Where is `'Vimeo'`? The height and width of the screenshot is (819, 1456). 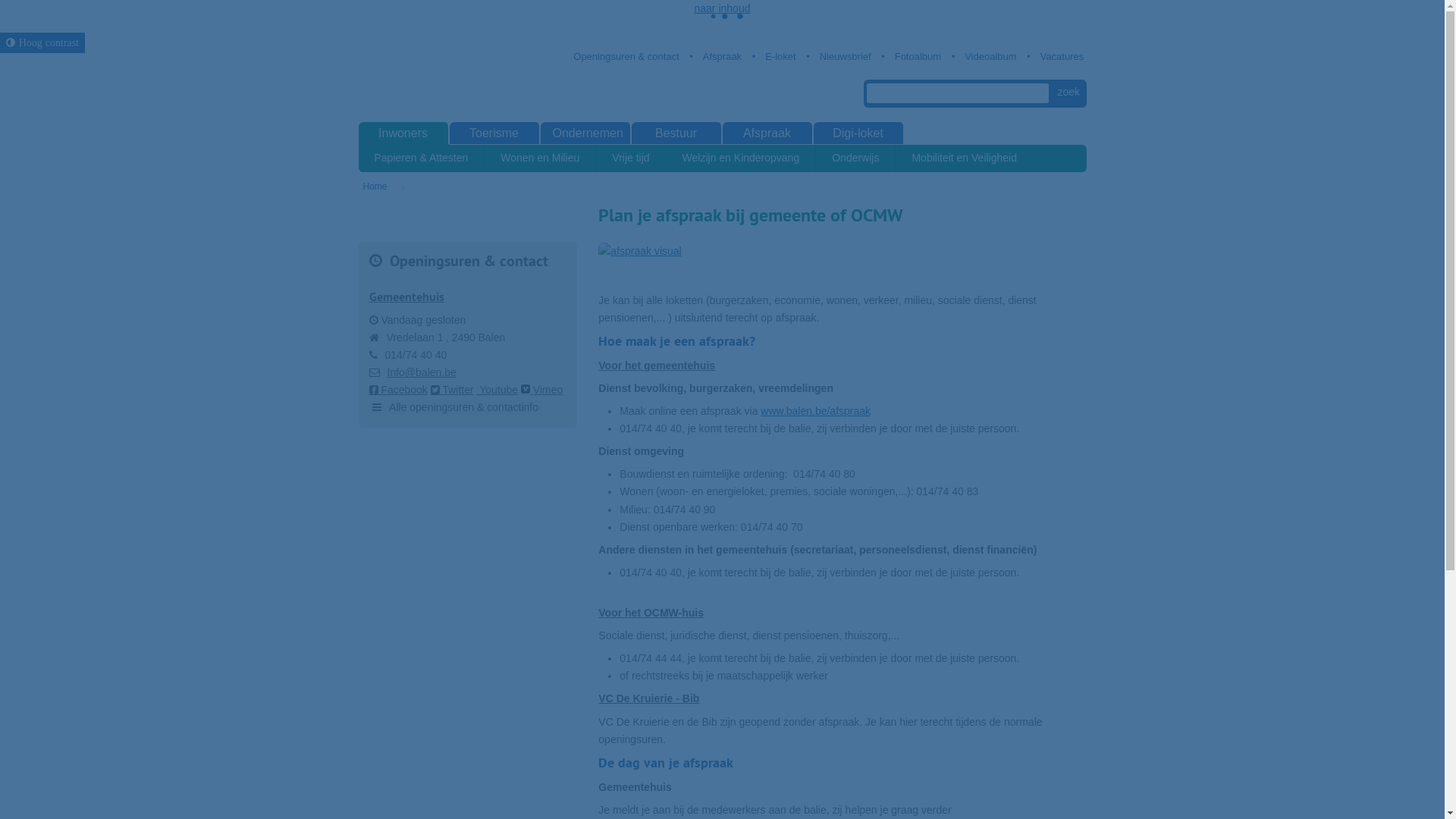 'Vimeo' is located at coordinates (541, 388).